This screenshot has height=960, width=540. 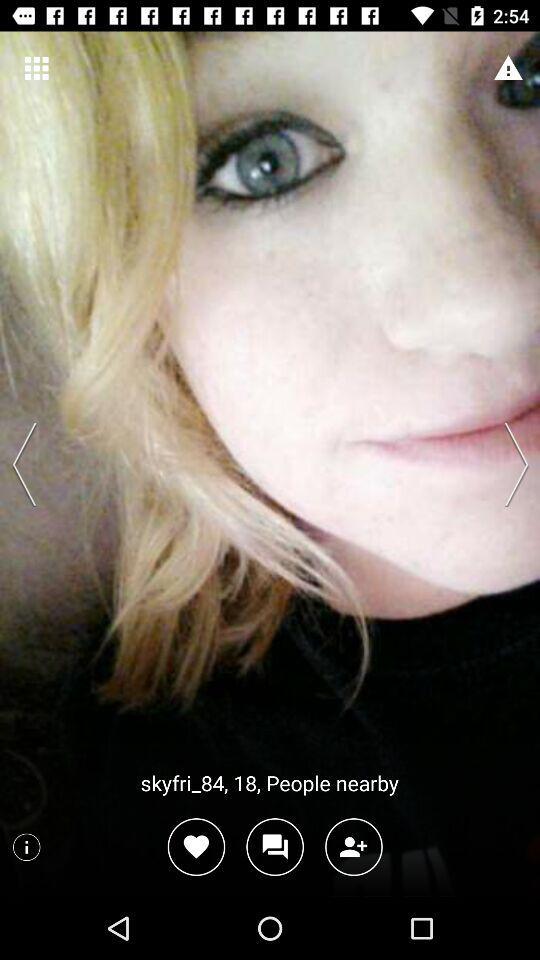 What do you see at coordinates (510, 464) in the screenshot?
I see `the arrow_forward icon` at bounding box center [510, 464].